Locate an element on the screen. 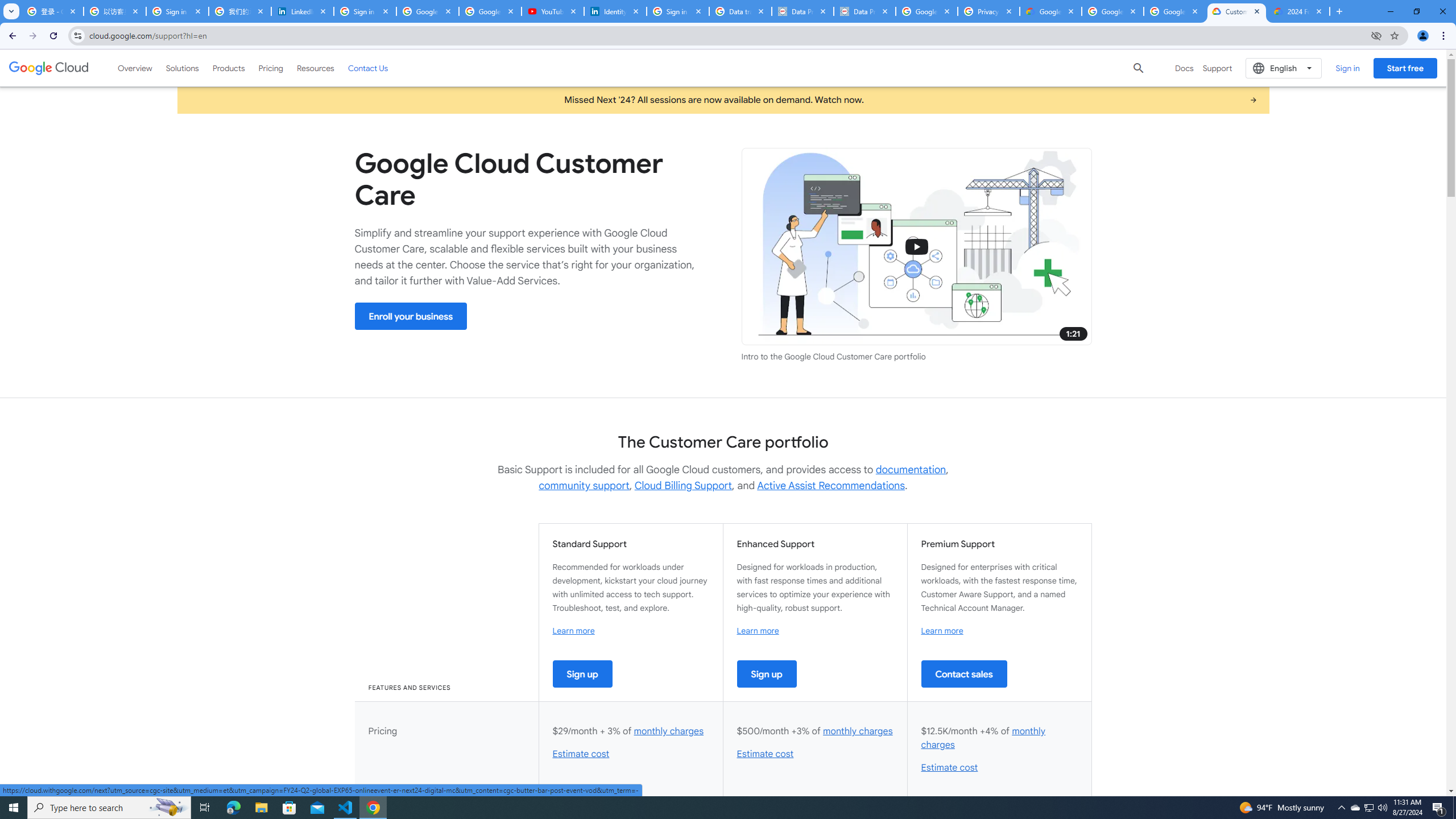  'community support' is located at coordinates (584, 485).